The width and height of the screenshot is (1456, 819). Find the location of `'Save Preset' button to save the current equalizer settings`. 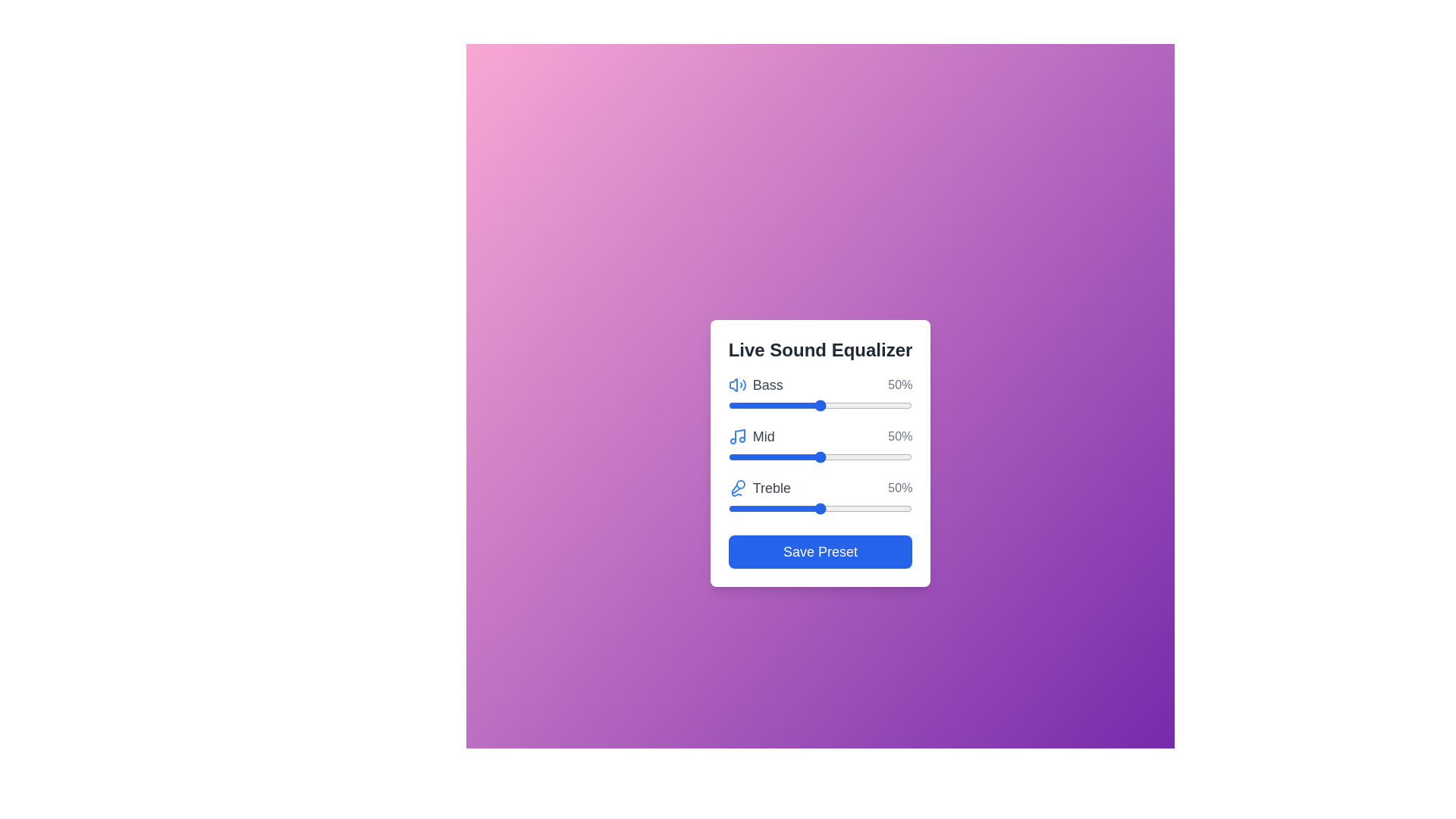

'Save Preset' button to save the current equalizer settings is located at coordinates (819, 552).